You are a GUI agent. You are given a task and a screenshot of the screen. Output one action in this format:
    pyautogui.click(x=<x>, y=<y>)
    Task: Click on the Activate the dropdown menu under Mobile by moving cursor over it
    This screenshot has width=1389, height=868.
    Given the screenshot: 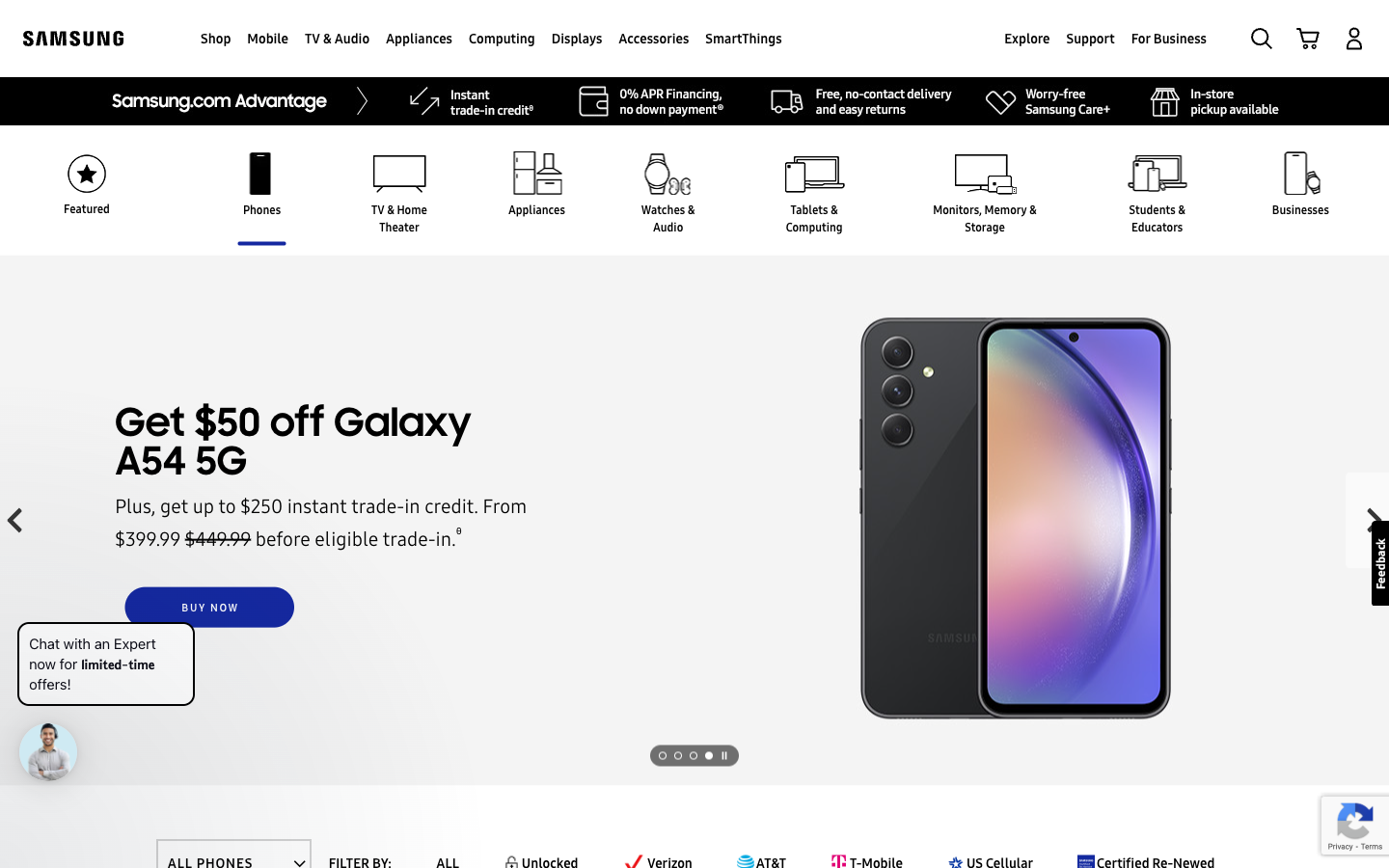 What is the action you would take?
    pyautogui.click(x=385447, y=34720)
    